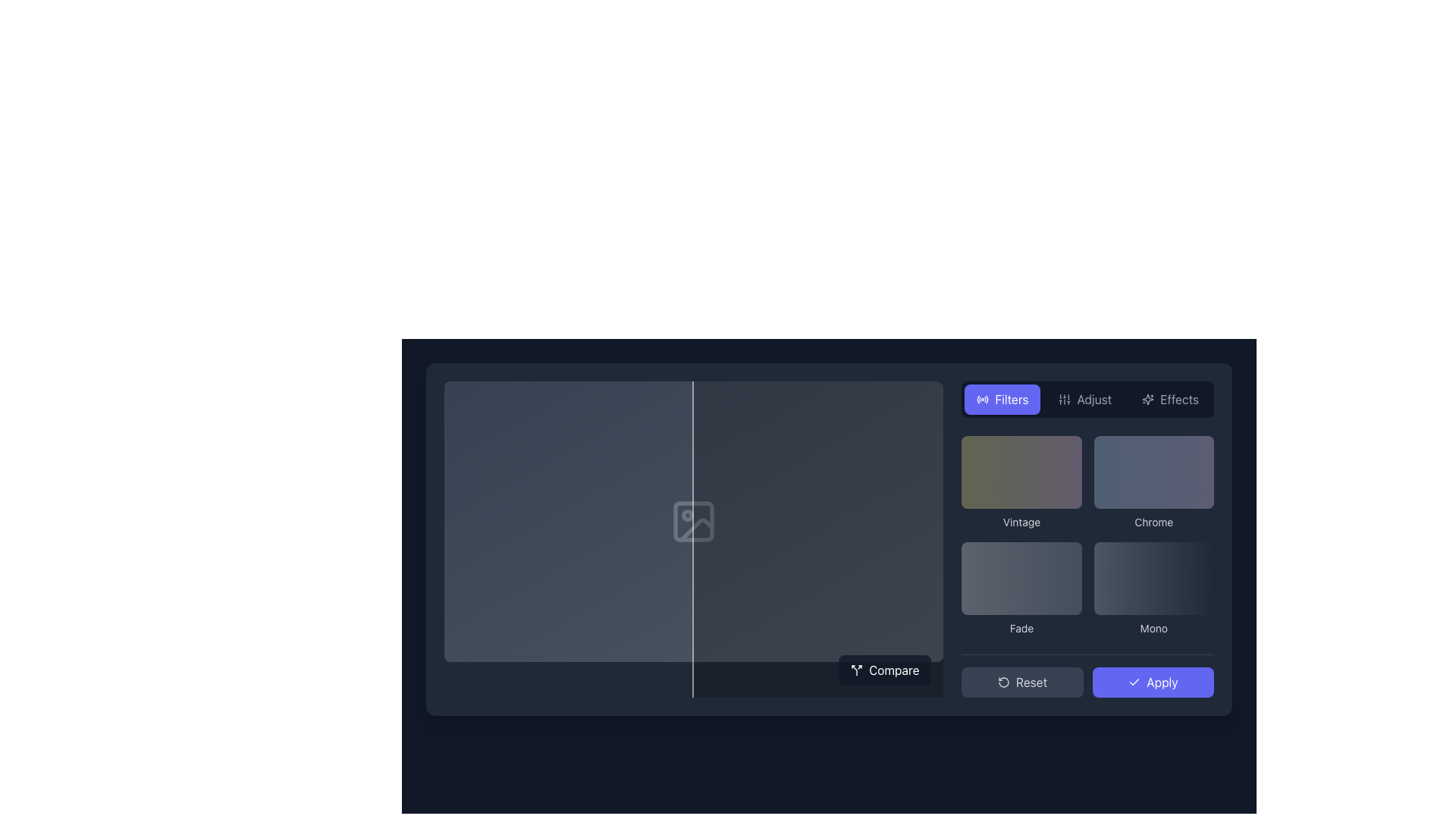 This screenshot has width=1456, height=819. What do you see at coordinates (1084, 399) in the screenshot?
I see `the center button labeled 'Adjust' with a vertical sliders icon` at bounding box center [1084, 399].